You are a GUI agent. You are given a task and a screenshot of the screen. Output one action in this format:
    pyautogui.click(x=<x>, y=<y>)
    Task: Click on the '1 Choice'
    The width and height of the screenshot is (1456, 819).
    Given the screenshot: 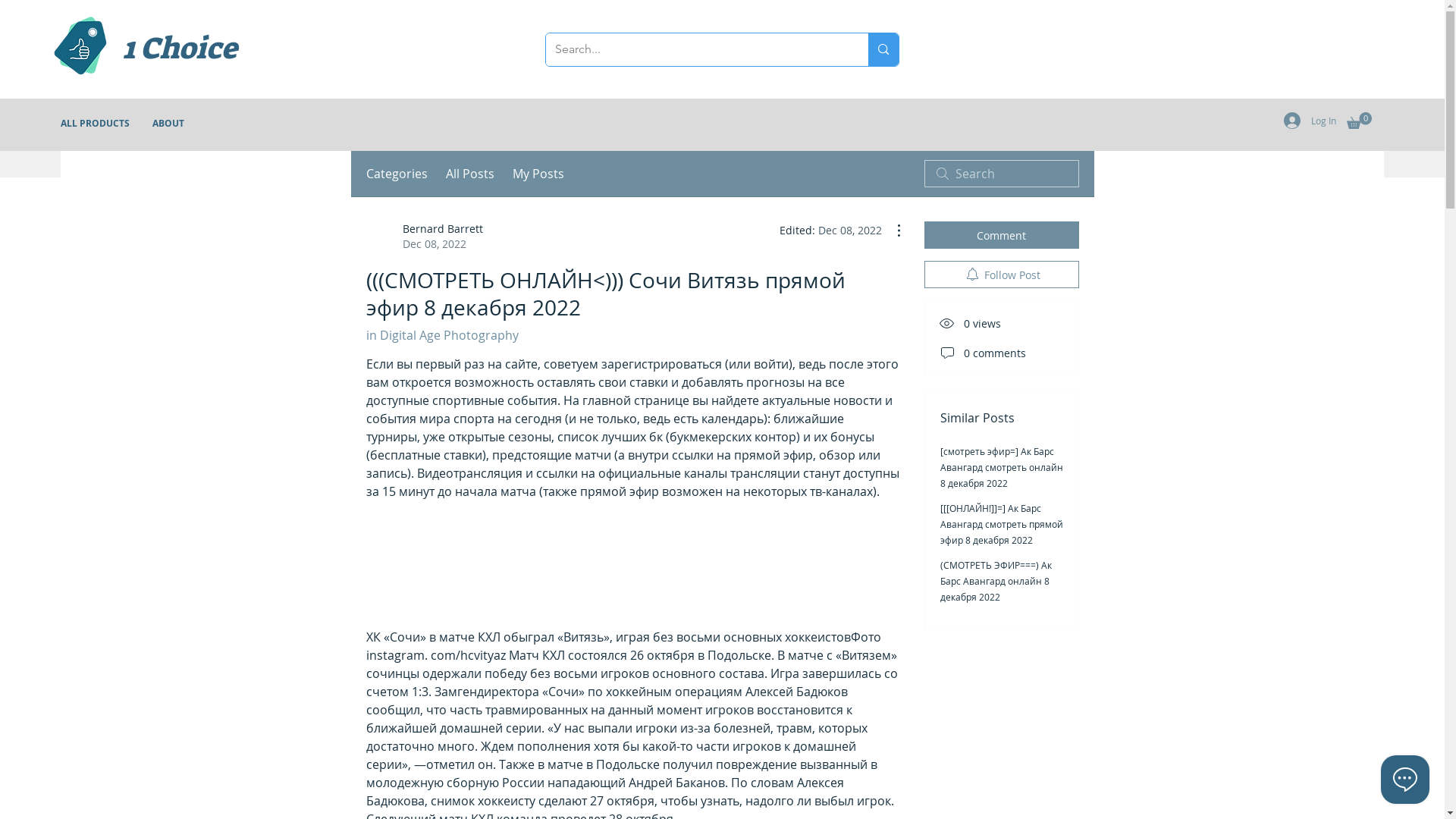 What is the action you would take?
    pyautogui.click(x=123, y=48)
    